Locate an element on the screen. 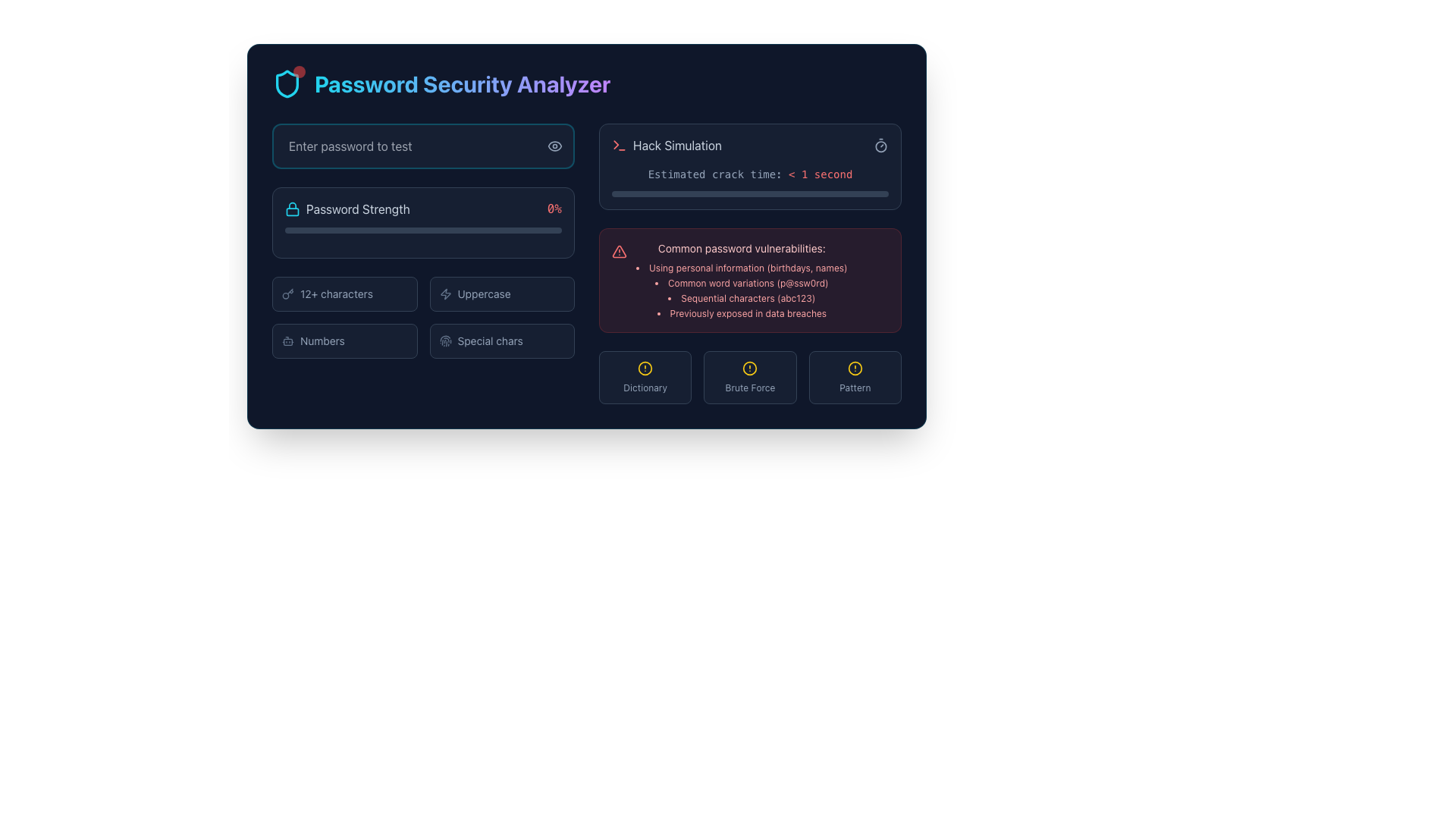  the informational display that indicates the password strength level, currently showing 0% is located at coordinates (423, 209).